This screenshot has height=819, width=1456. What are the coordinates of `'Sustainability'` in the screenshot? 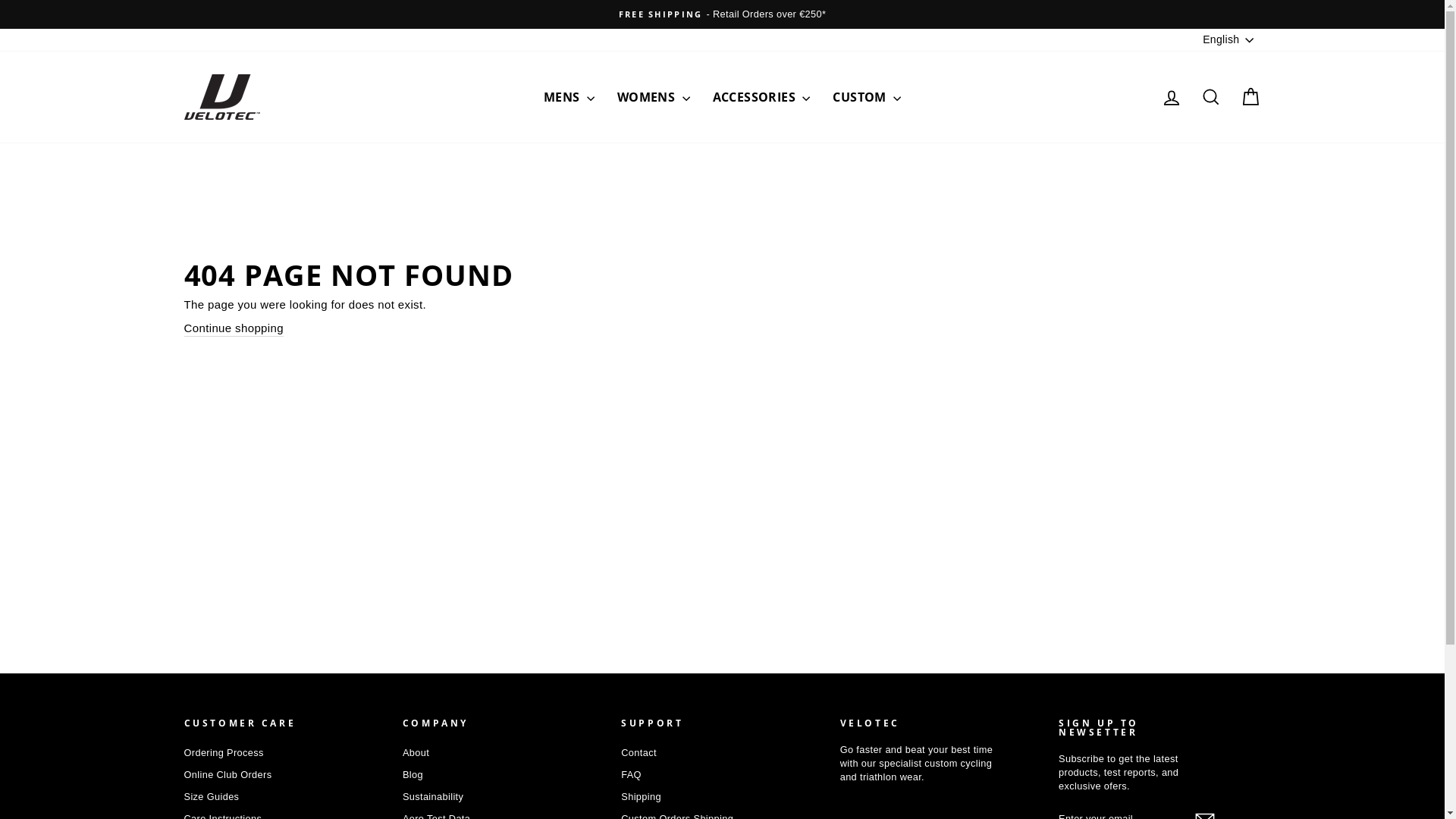 It's located at (432, 795).